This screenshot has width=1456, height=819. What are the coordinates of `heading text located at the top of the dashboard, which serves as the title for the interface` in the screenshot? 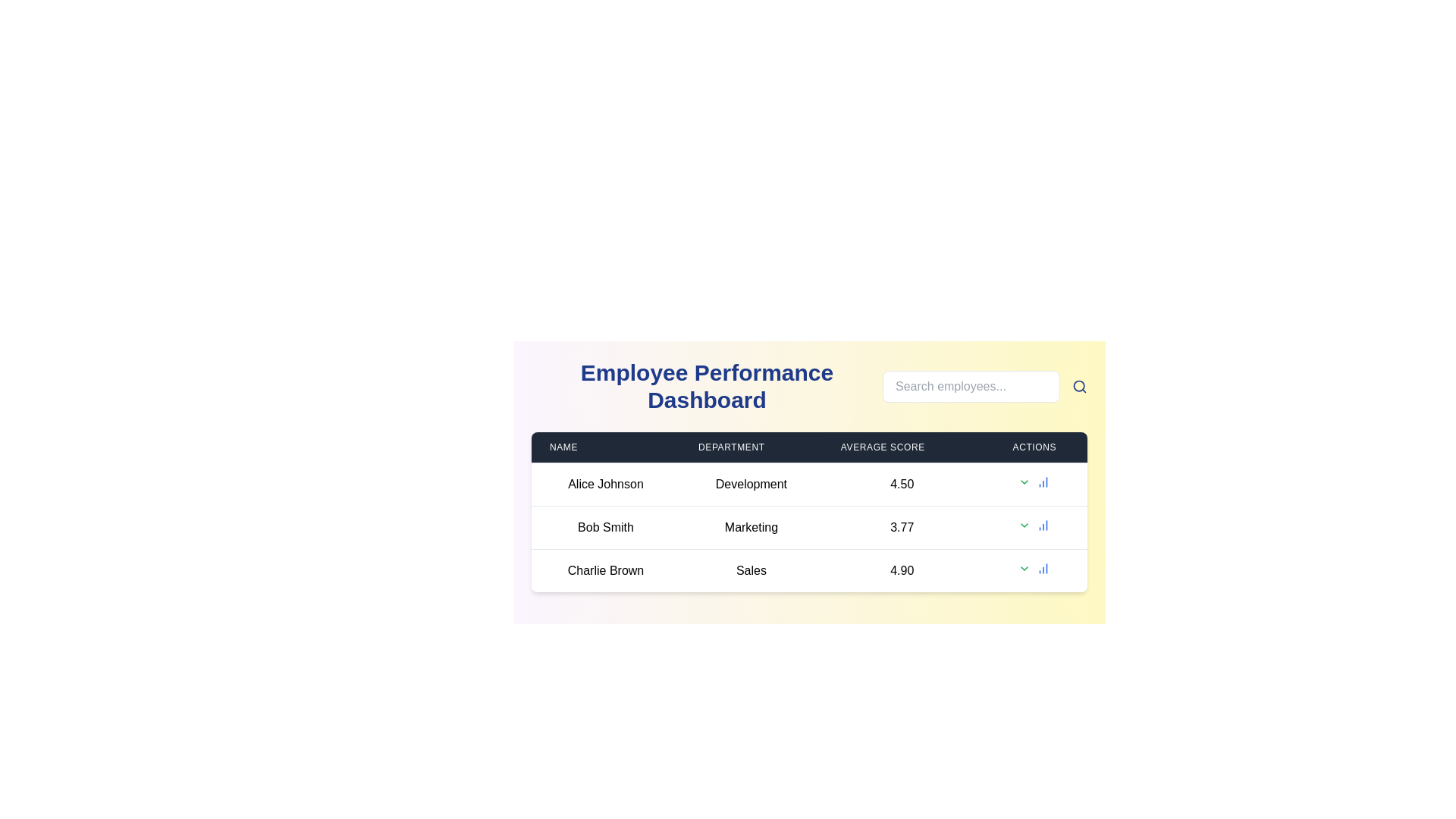 It's located at (706, 385).